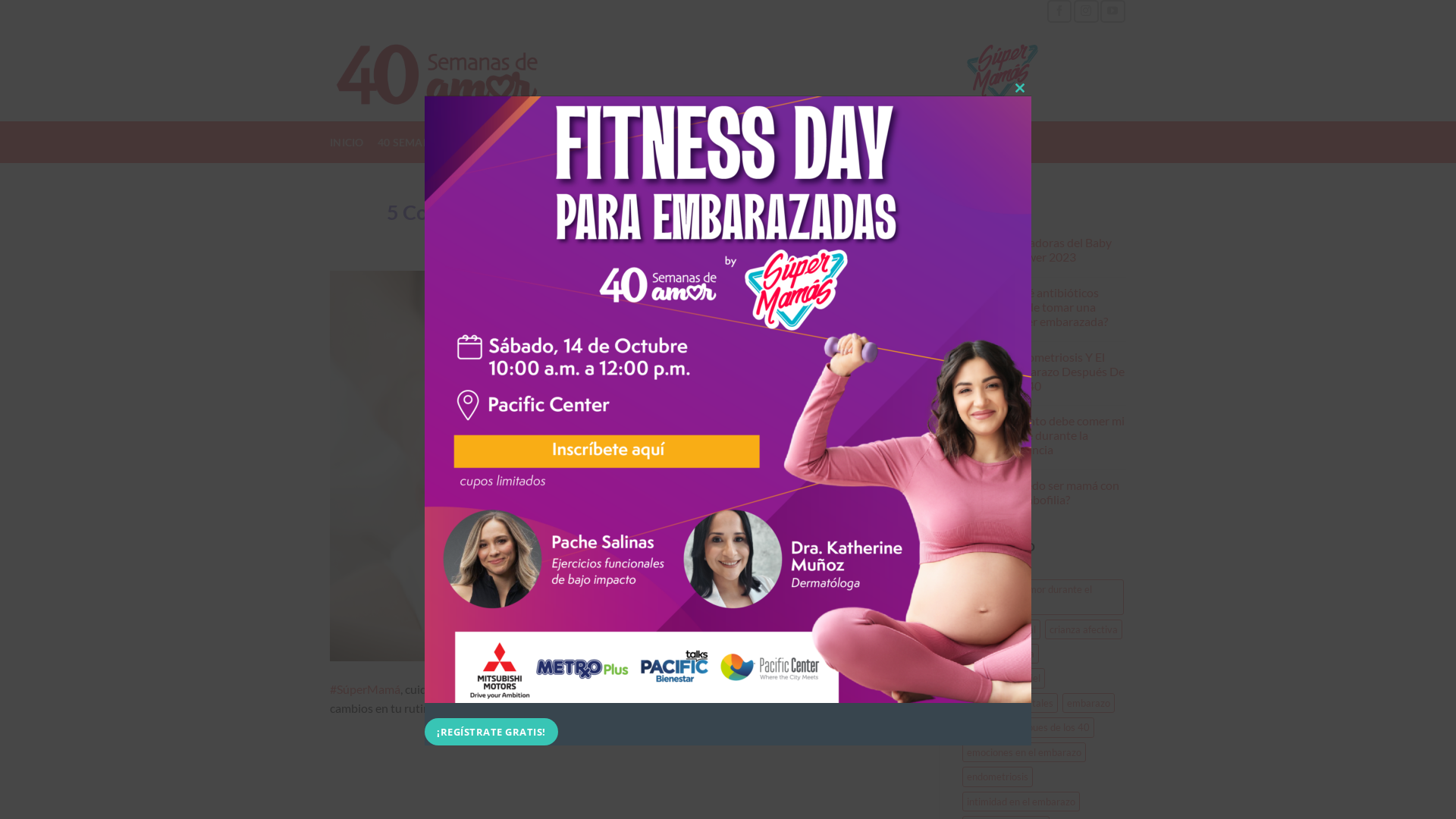 The height and width of the screenshot is (819, 1456). Describe the element at coordinates (1003, 677) in the screenshot. I see `'cuidado de la piel'` at that location.